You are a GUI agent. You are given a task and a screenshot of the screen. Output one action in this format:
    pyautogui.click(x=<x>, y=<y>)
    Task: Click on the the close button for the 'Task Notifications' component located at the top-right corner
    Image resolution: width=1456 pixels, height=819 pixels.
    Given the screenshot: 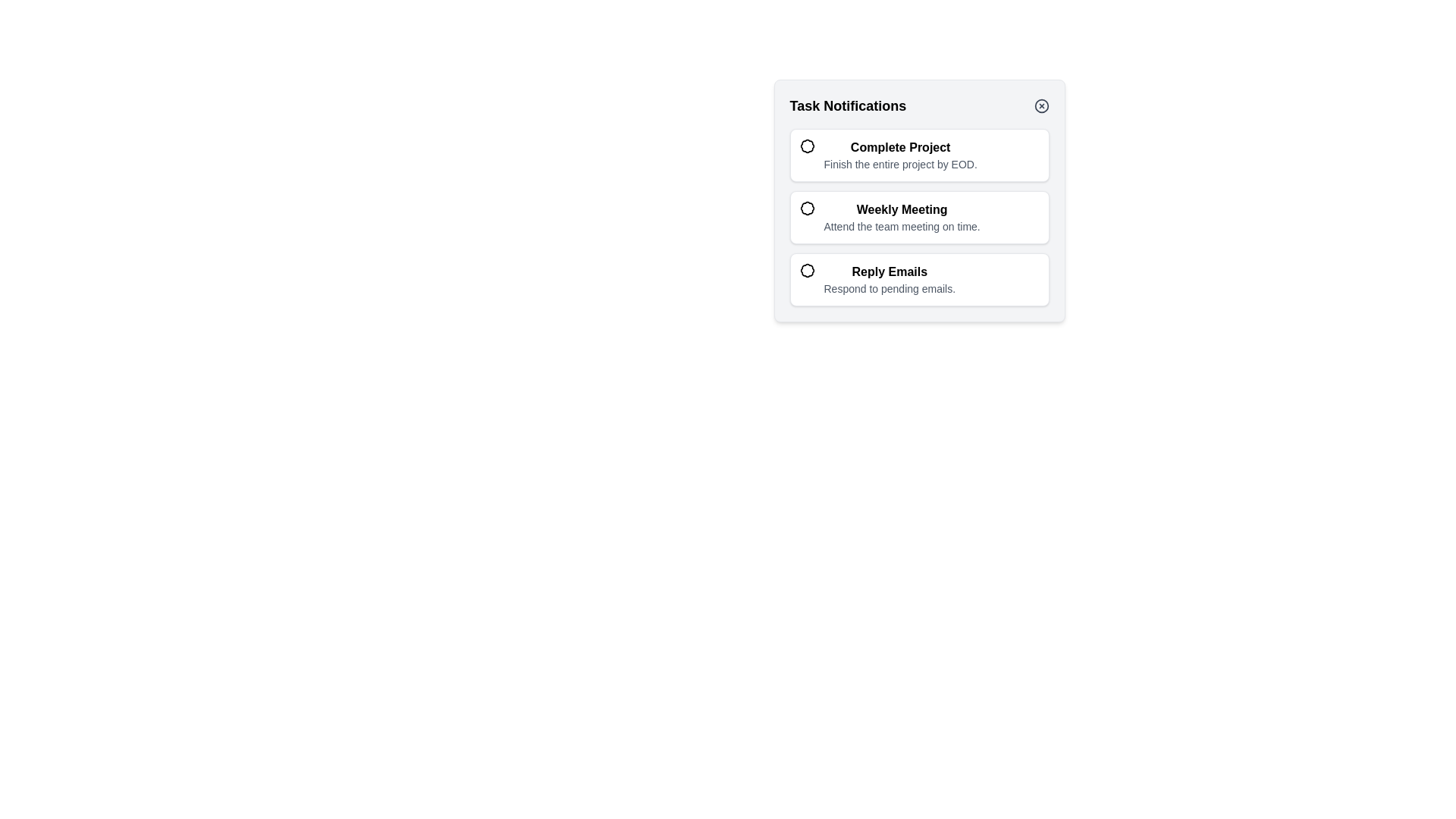 What is the action you would take?
    pyautogui.click(x=1040, y=105)
    